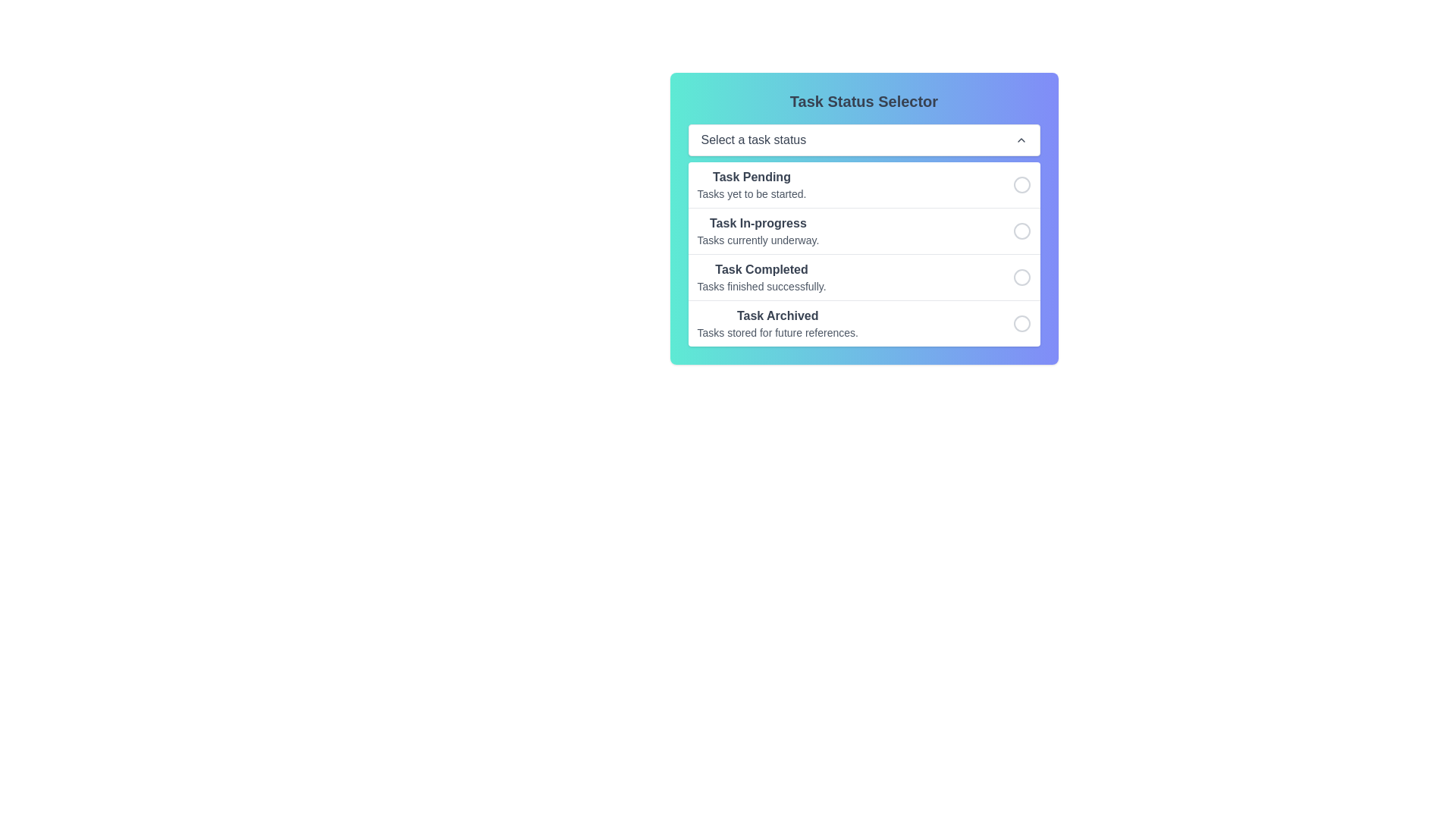 This screenshot has width=1456, height=819. Describe the element at coordinates (1021, 231) in the screenshot. I see `the second radio button in the vertical list aligned with 'Task In-progress'` at that location.